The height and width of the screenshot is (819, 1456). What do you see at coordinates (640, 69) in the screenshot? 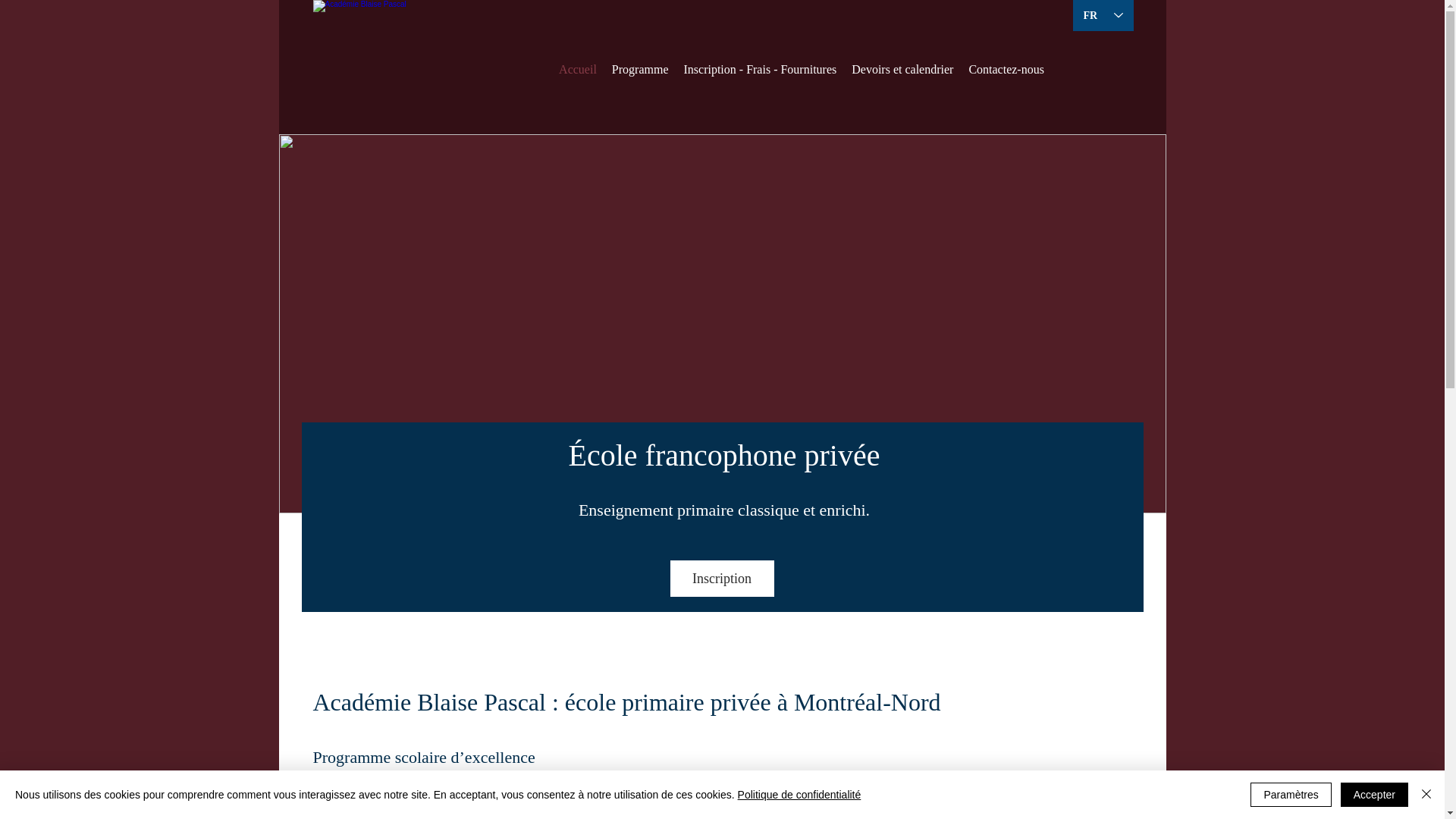
I see `'Programme'` at bounding box center [640, 69].